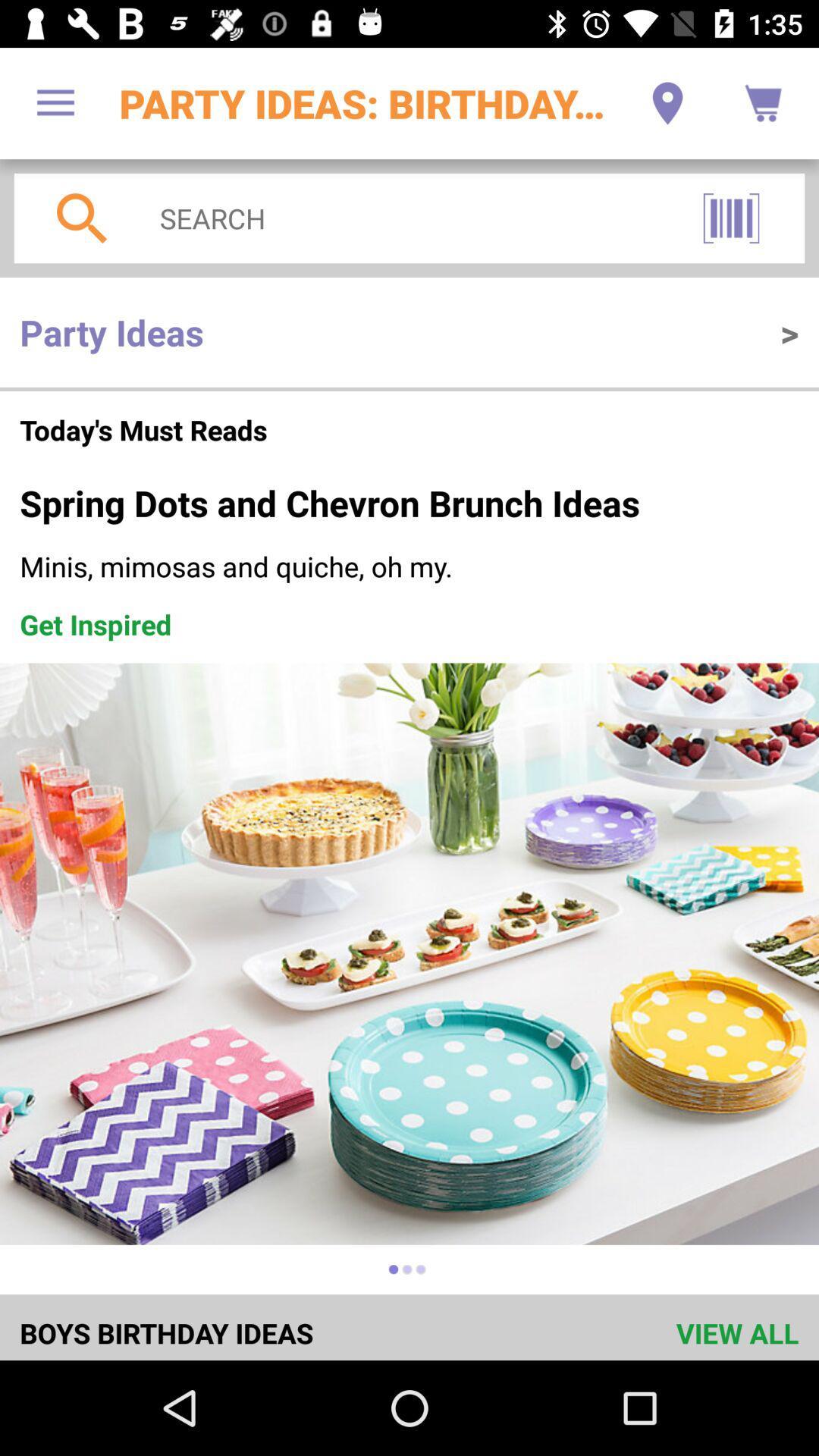 The width and height of the screenshot is (819, 1456). What do you see at coordinates (667, 102) in the screenshot?
I see `app to the right of the party ideas birthday` at bounding box center [667, 102].